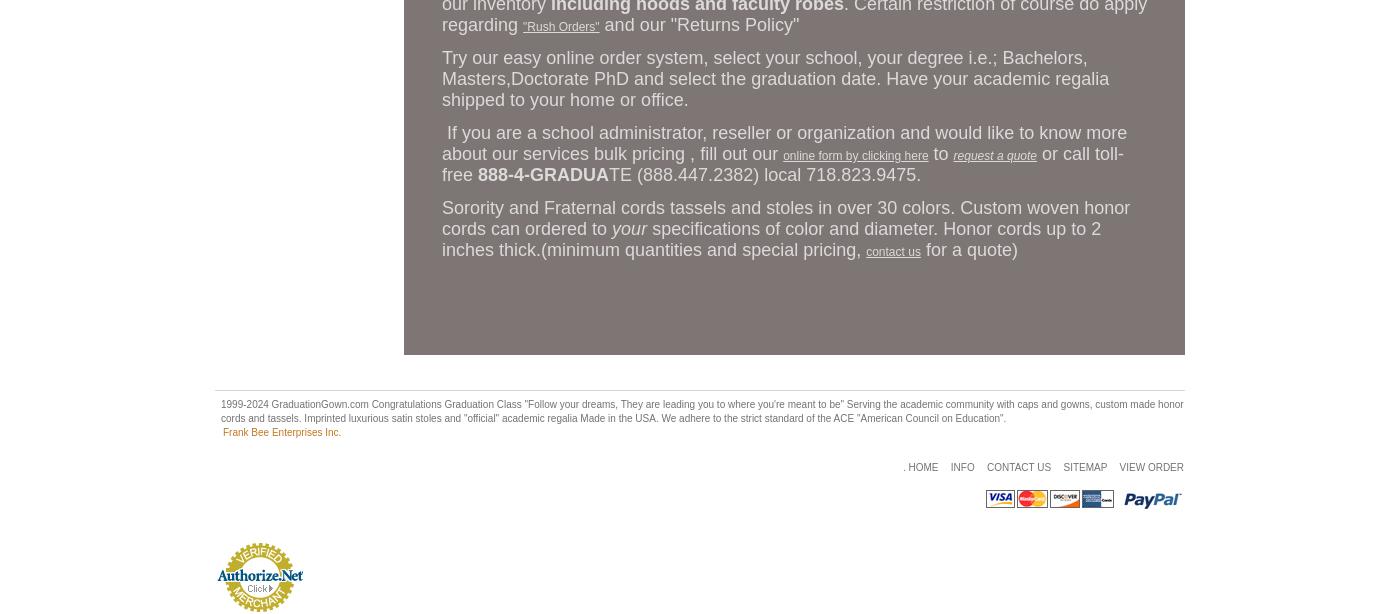 The image size is (1400, 614). What do you see at coordinates (1019, 466) in the screenshot?
I see `'Contact Us'` at bounding box center [1019, 466].